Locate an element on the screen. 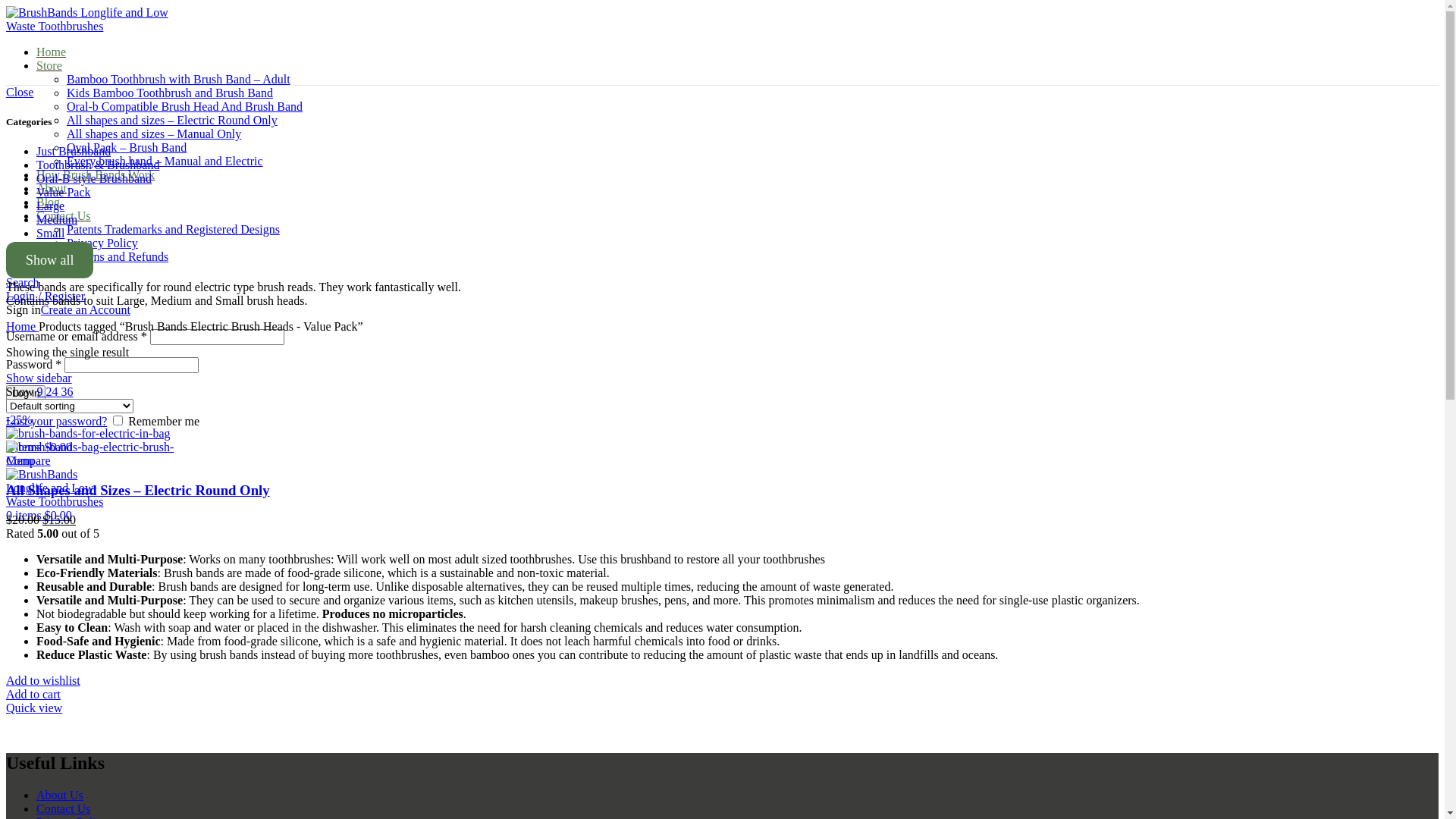  'Remember me' is located at coordinates (117, 420).